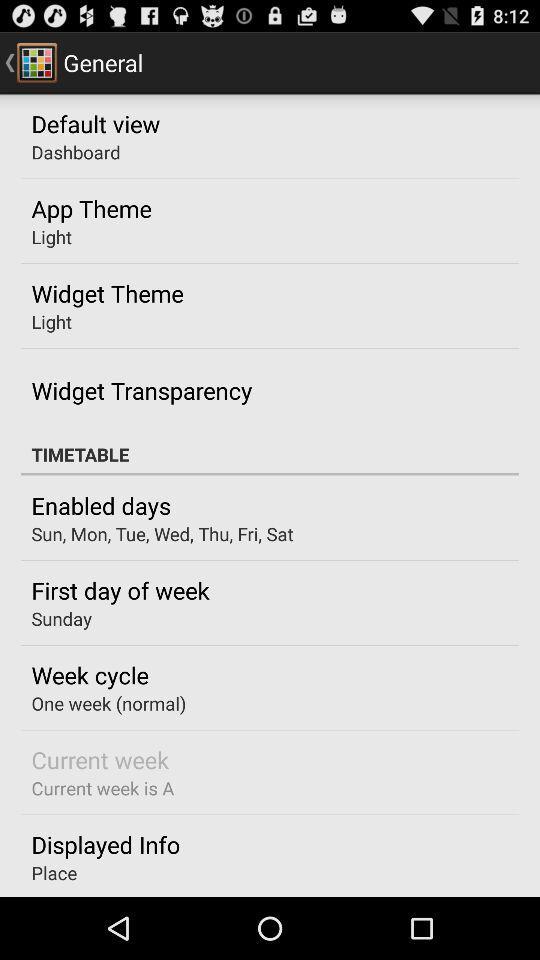  What do you see at coordinates (90, 208) in the screenshot?
I see `app theme icon` at bounding box center [90, 208].